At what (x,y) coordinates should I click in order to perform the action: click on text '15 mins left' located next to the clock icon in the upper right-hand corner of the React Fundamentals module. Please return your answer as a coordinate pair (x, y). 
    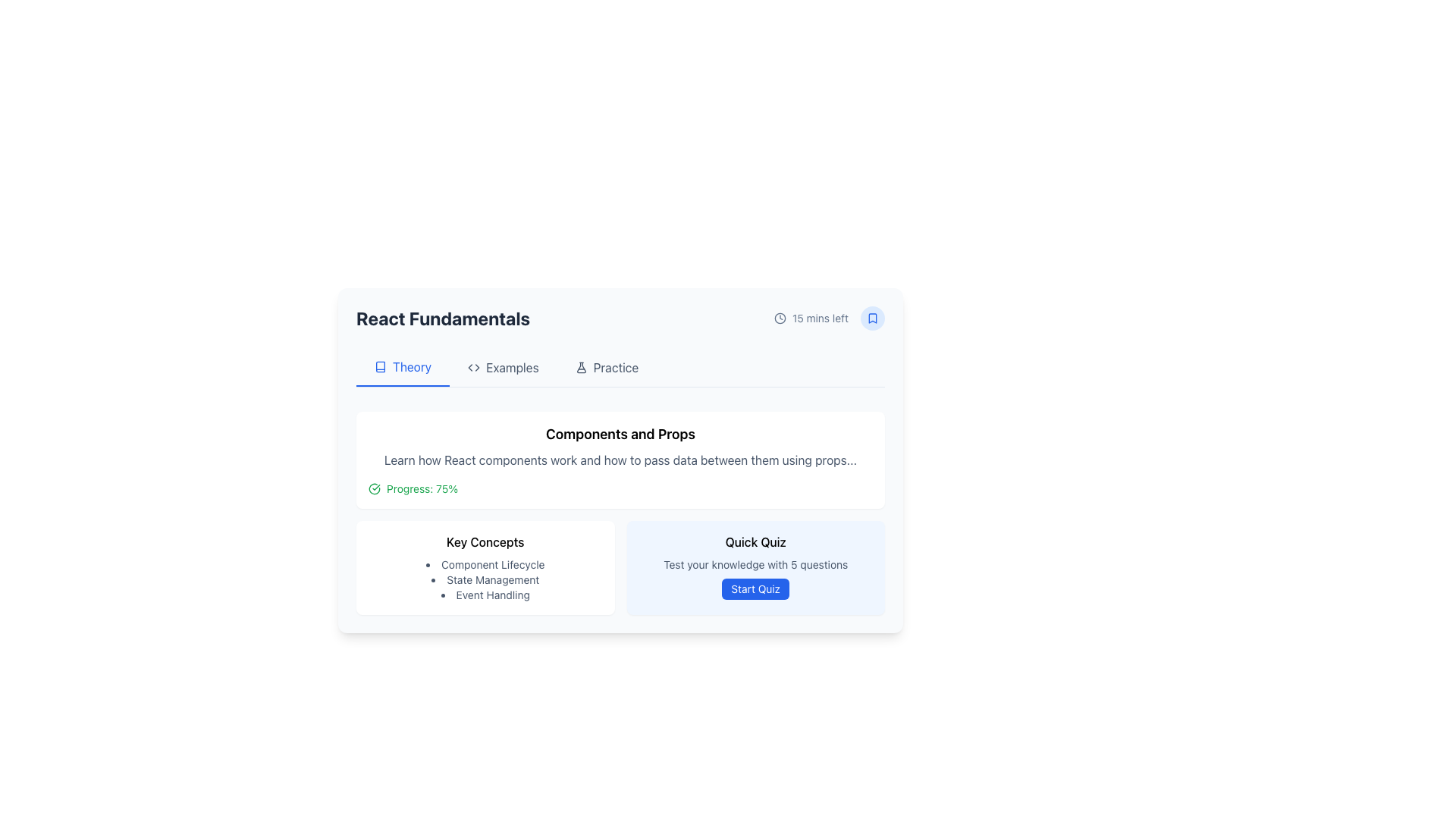
    Looking at the image, I should click on (811, 318).